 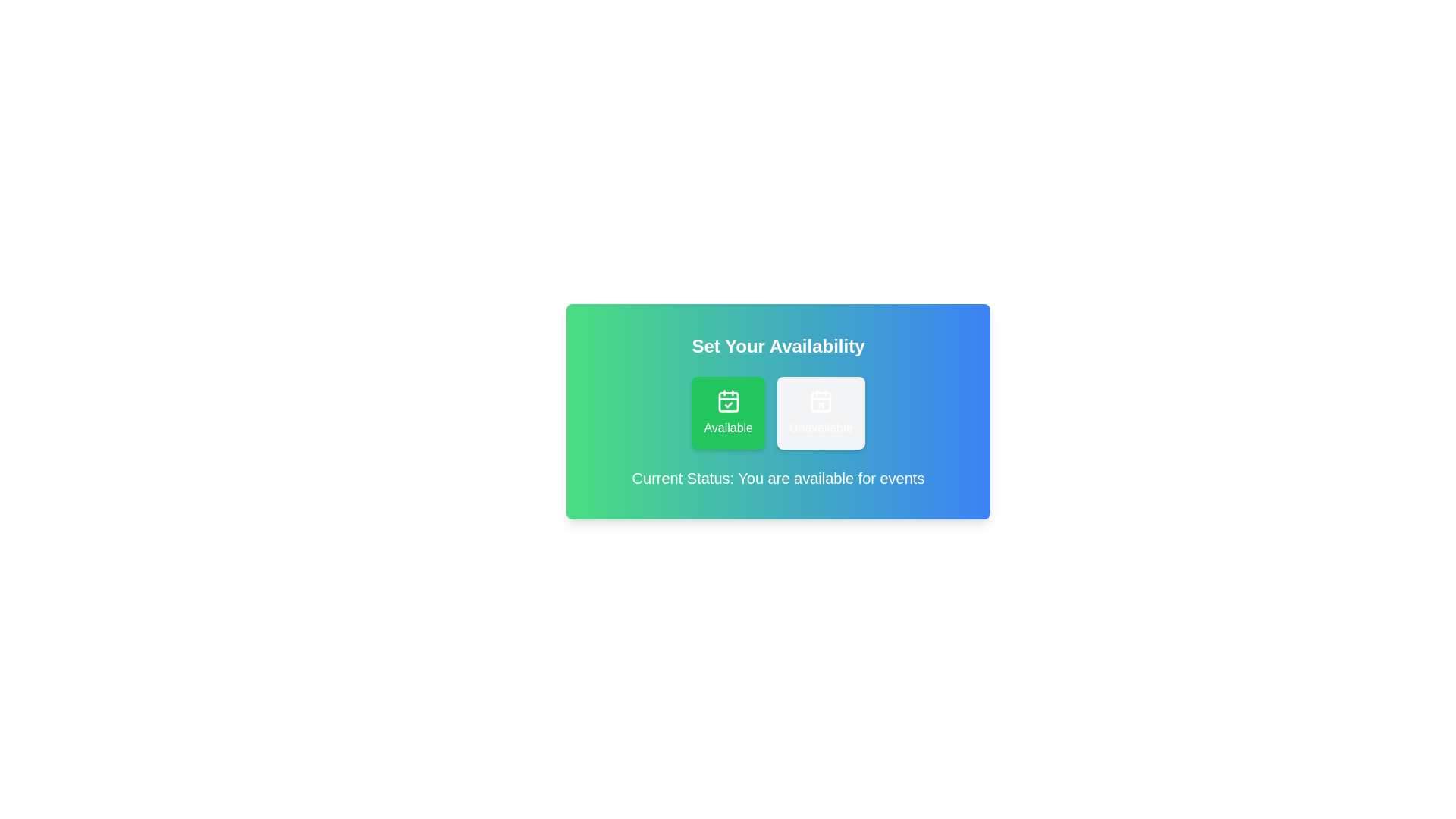 What do you see at coordinates (821, 413) in the screenshot?
I see `the button labeled Unavailable to observe visual feedback` at bounding box center [821, 413].